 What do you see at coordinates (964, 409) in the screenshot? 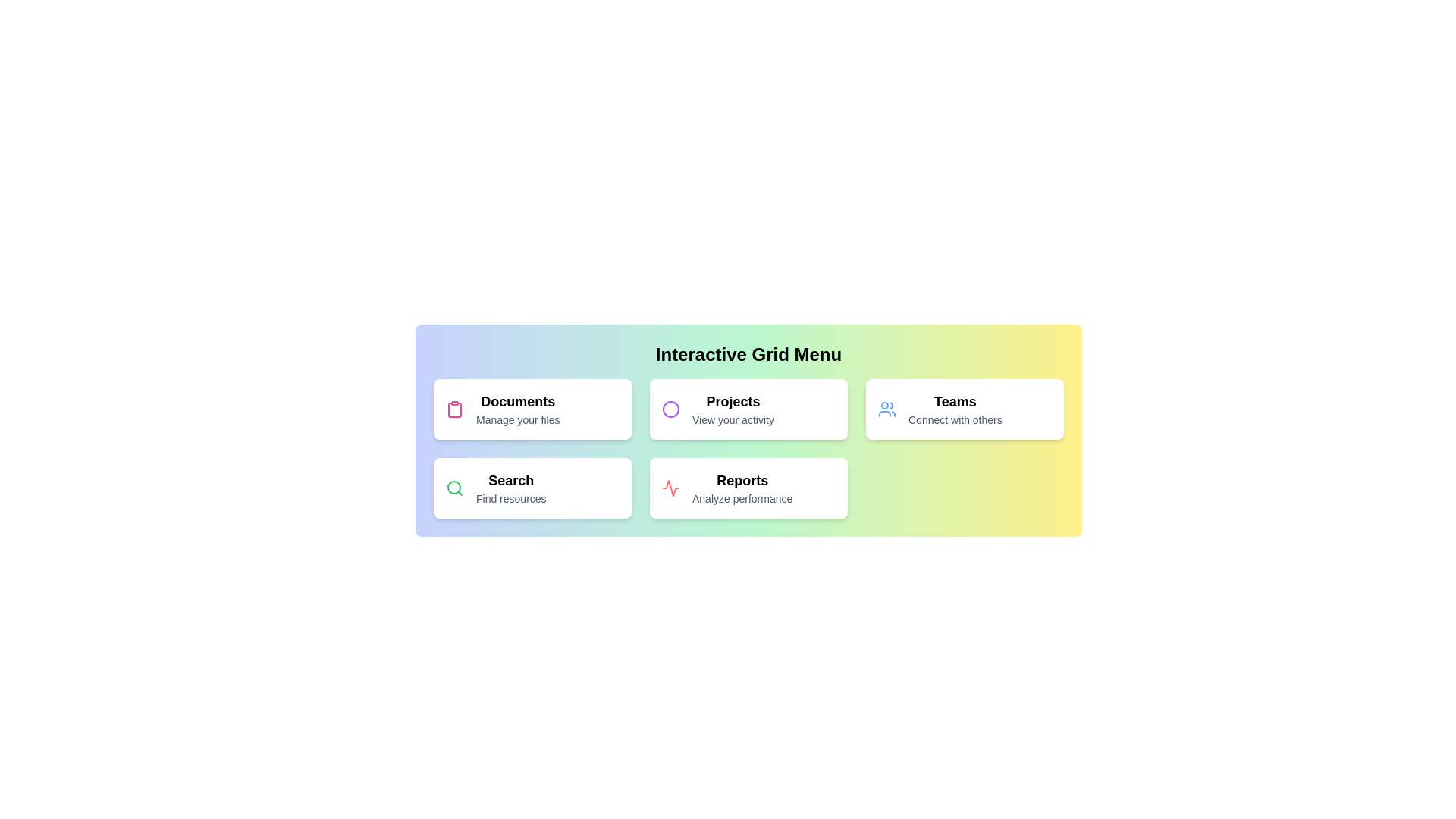
I see `the grid item labeled Teams to observe the hover effect` at bounding box center [964, 409].